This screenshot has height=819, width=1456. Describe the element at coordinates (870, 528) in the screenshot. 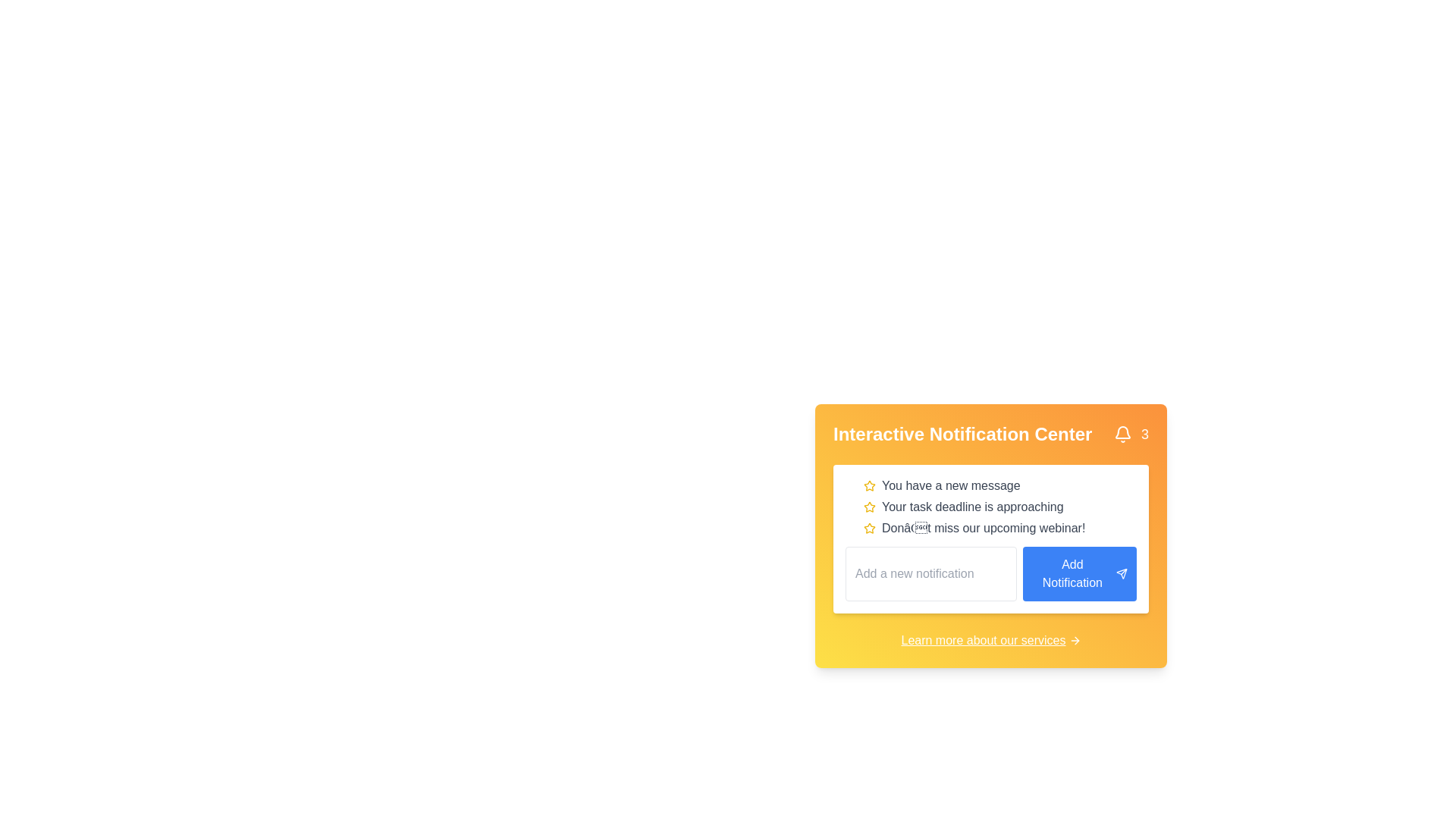

I see `the decorative icon located at the leftmost position of the notification text 'Don’t miss our upcoming webinar!' in the lower right section of the interface` at that location.